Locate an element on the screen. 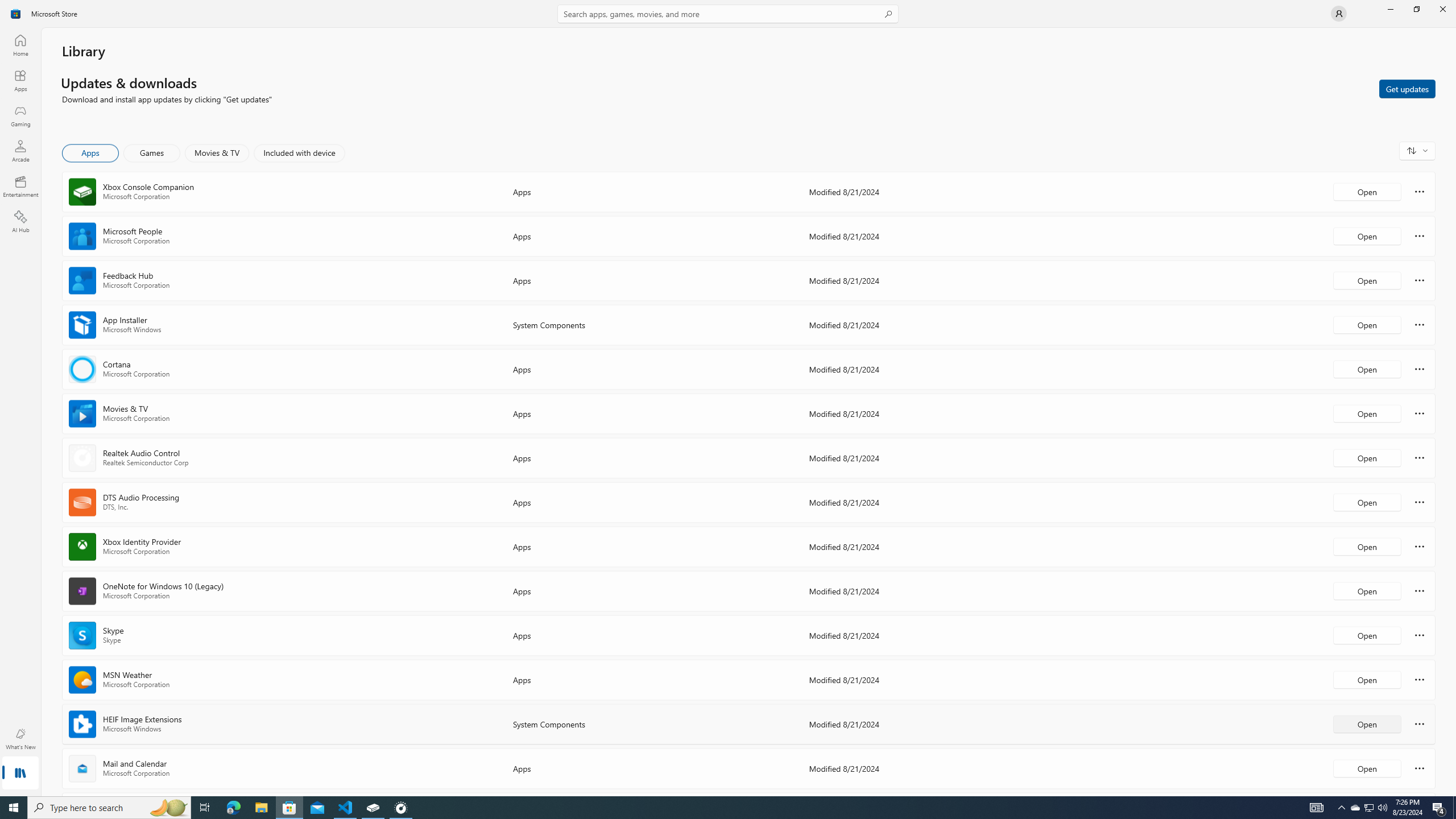 The image size is (1456, 819). 'User profile' is located at coordinates (1338, 13).